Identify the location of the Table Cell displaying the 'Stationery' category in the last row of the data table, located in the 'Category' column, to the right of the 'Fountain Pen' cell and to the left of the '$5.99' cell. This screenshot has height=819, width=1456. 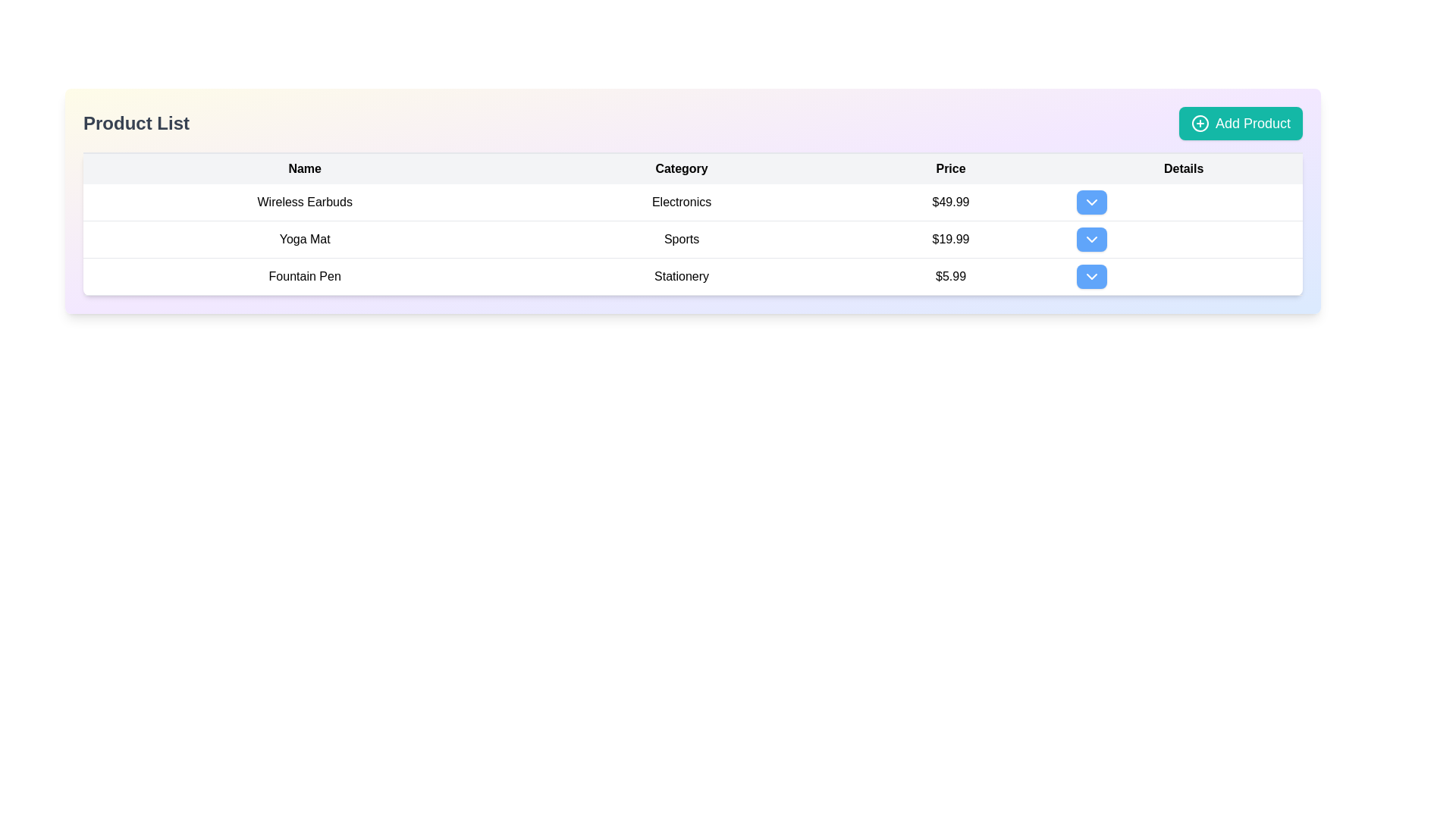
(681, 277).